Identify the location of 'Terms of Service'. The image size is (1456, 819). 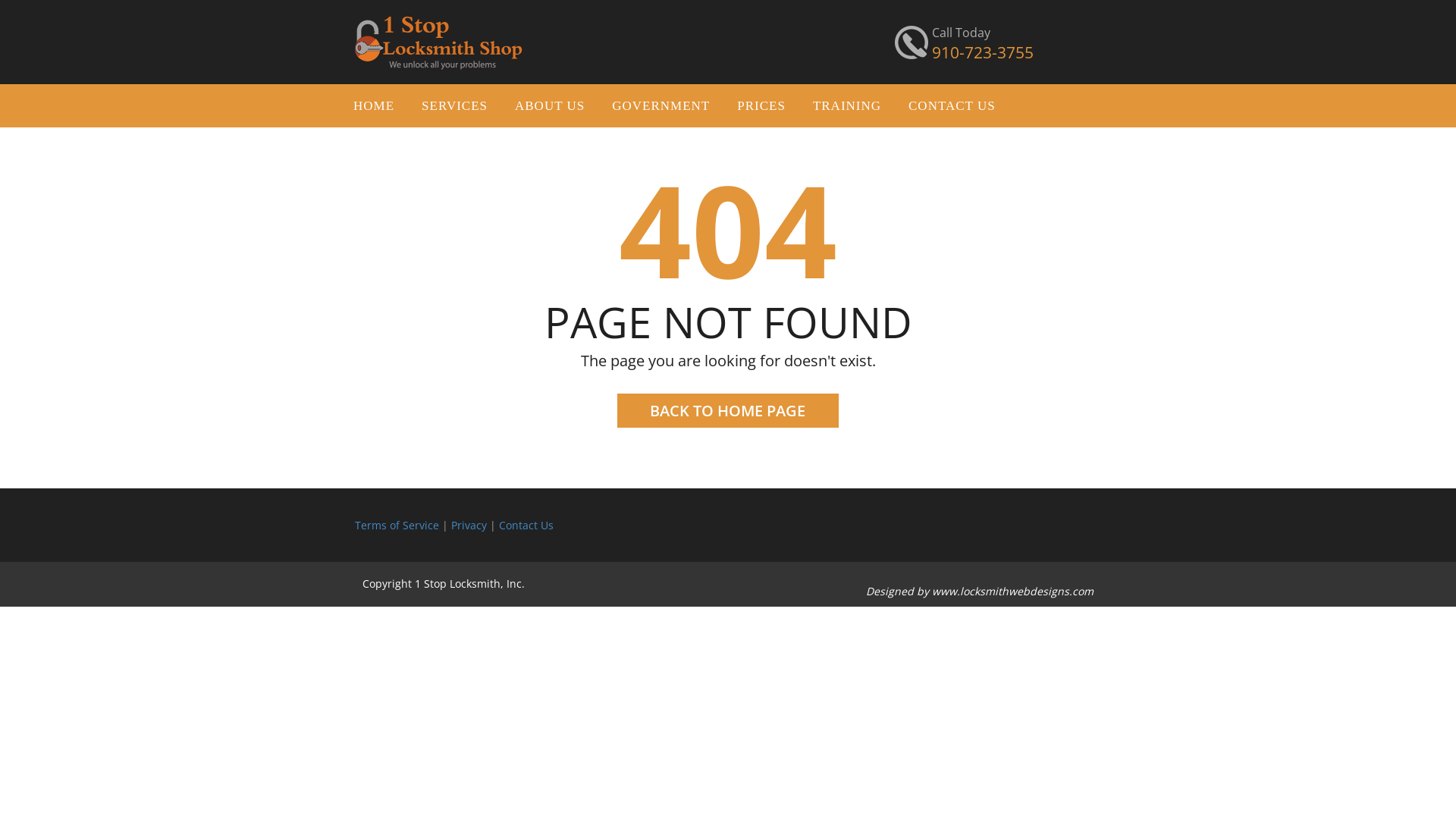
(353, 524).